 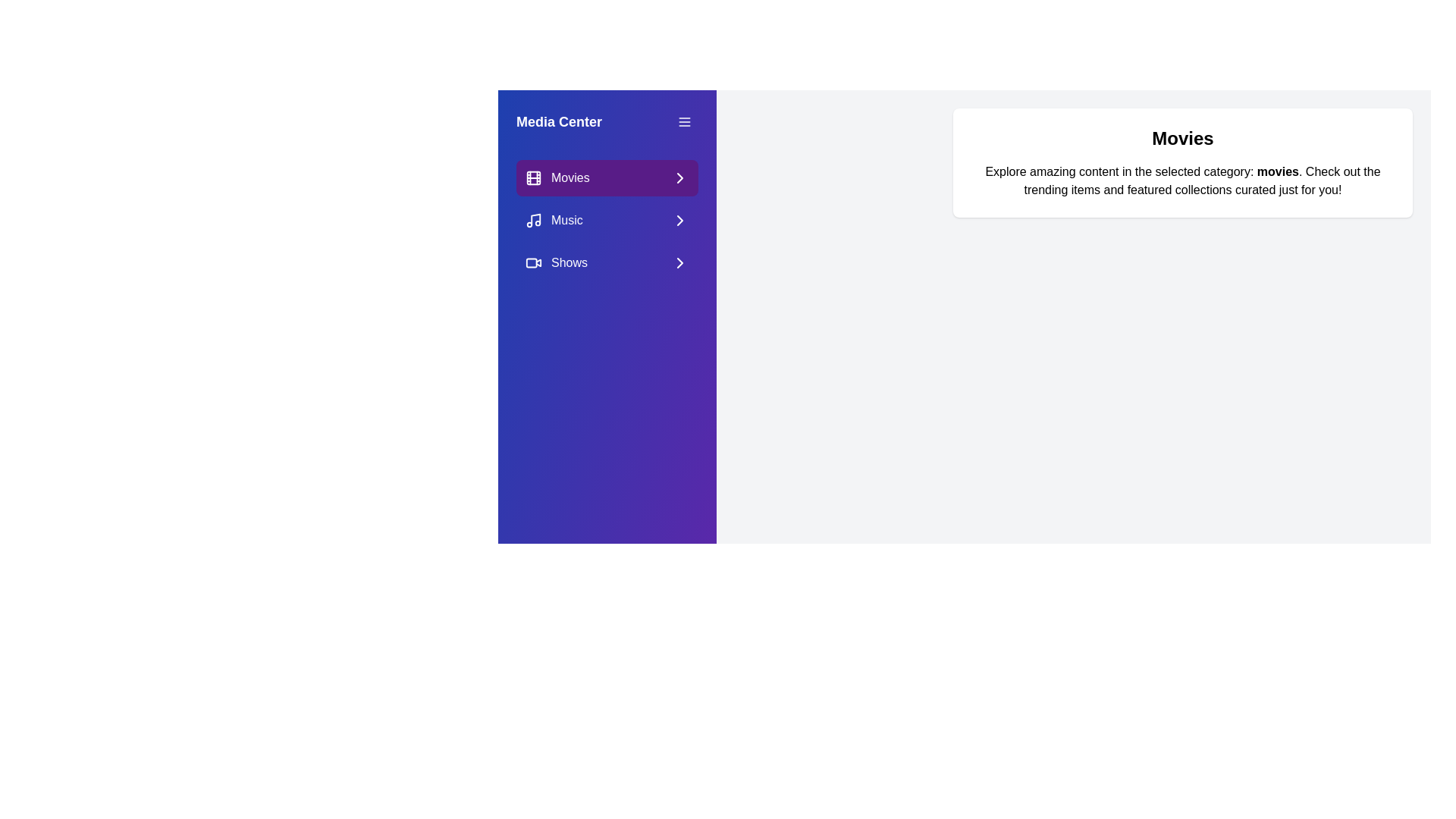 I want to click on the 'Music' text label, which is displayed in white on a blue background and is the second item in the vertical navigation menu, so click(x=566, y=220).